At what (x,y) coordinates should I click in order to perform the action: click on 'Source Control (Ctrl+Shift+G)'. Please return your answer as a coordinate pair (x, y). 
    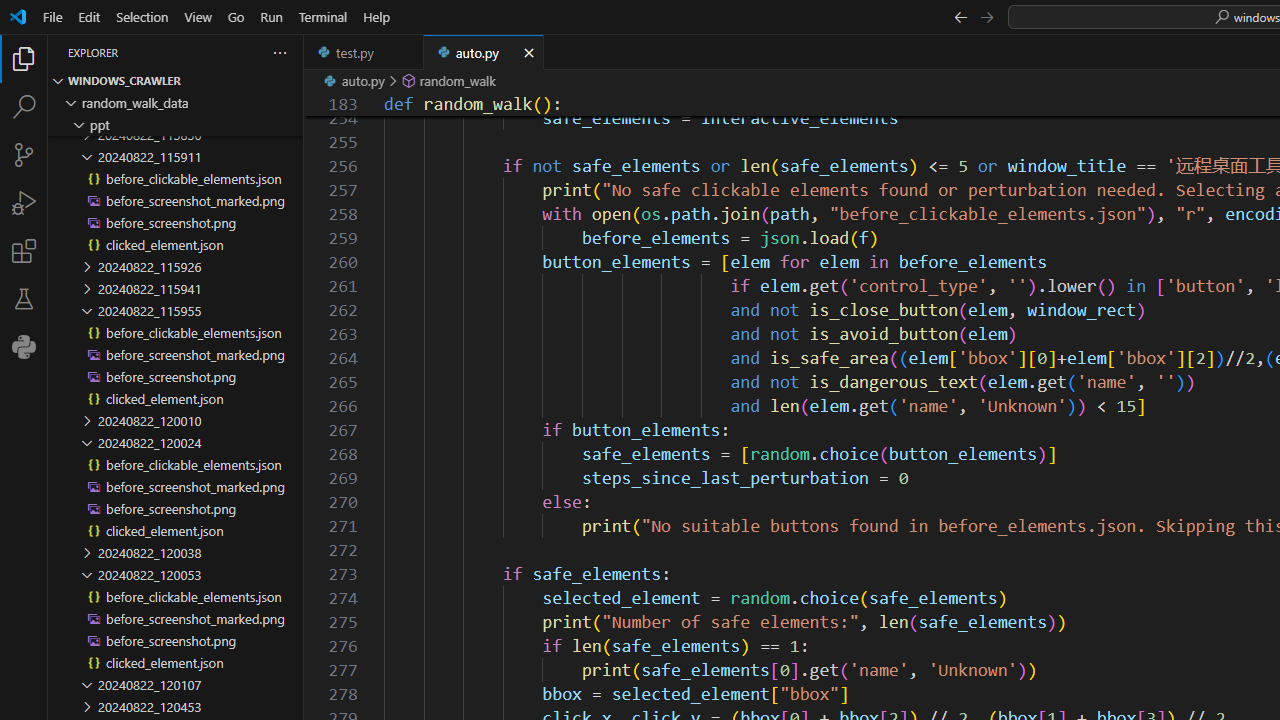
    Looking at the image, I should click on (24, 154).